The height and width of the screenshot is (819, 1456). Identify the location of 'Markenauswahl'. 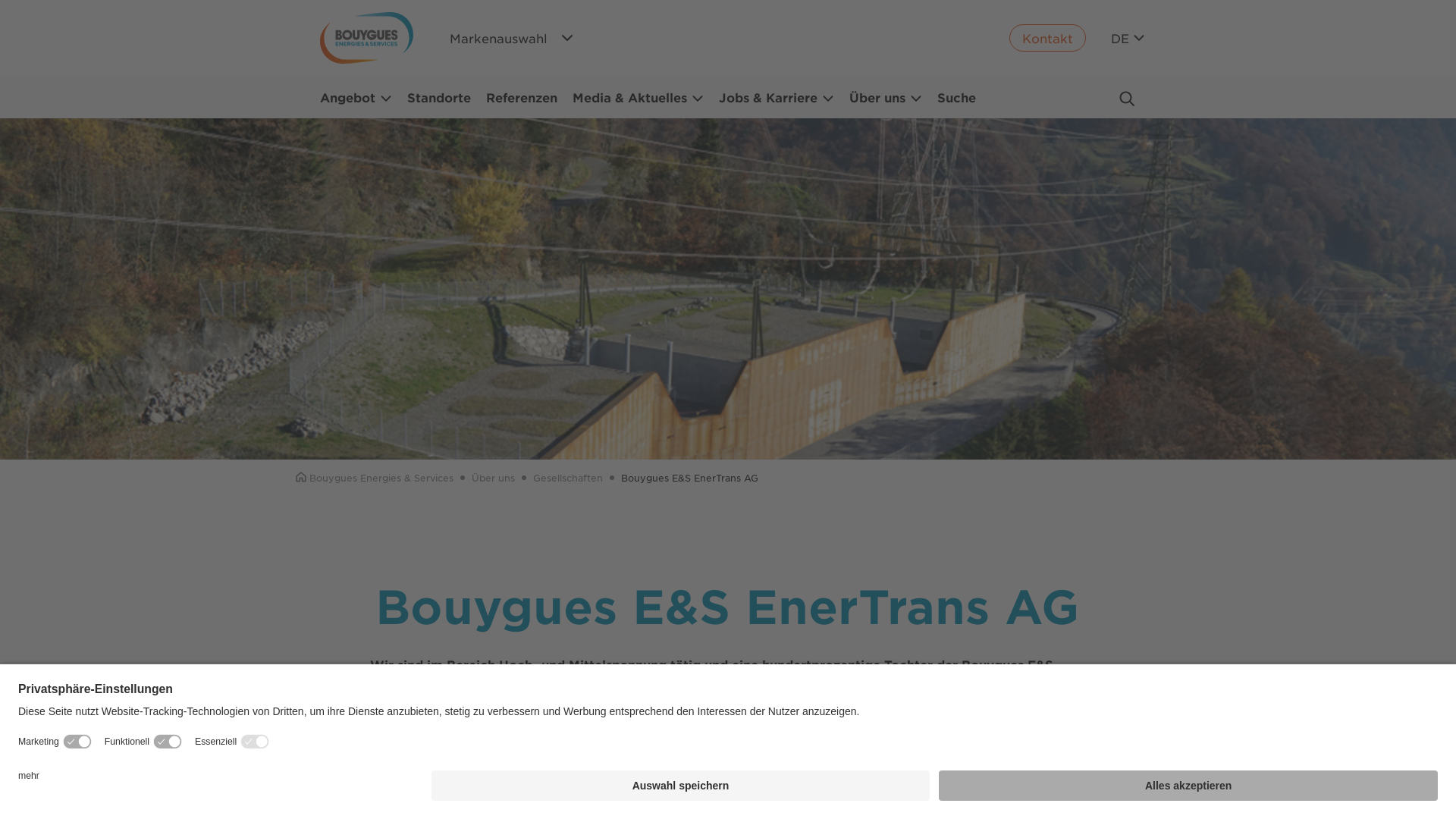
(513, 37).